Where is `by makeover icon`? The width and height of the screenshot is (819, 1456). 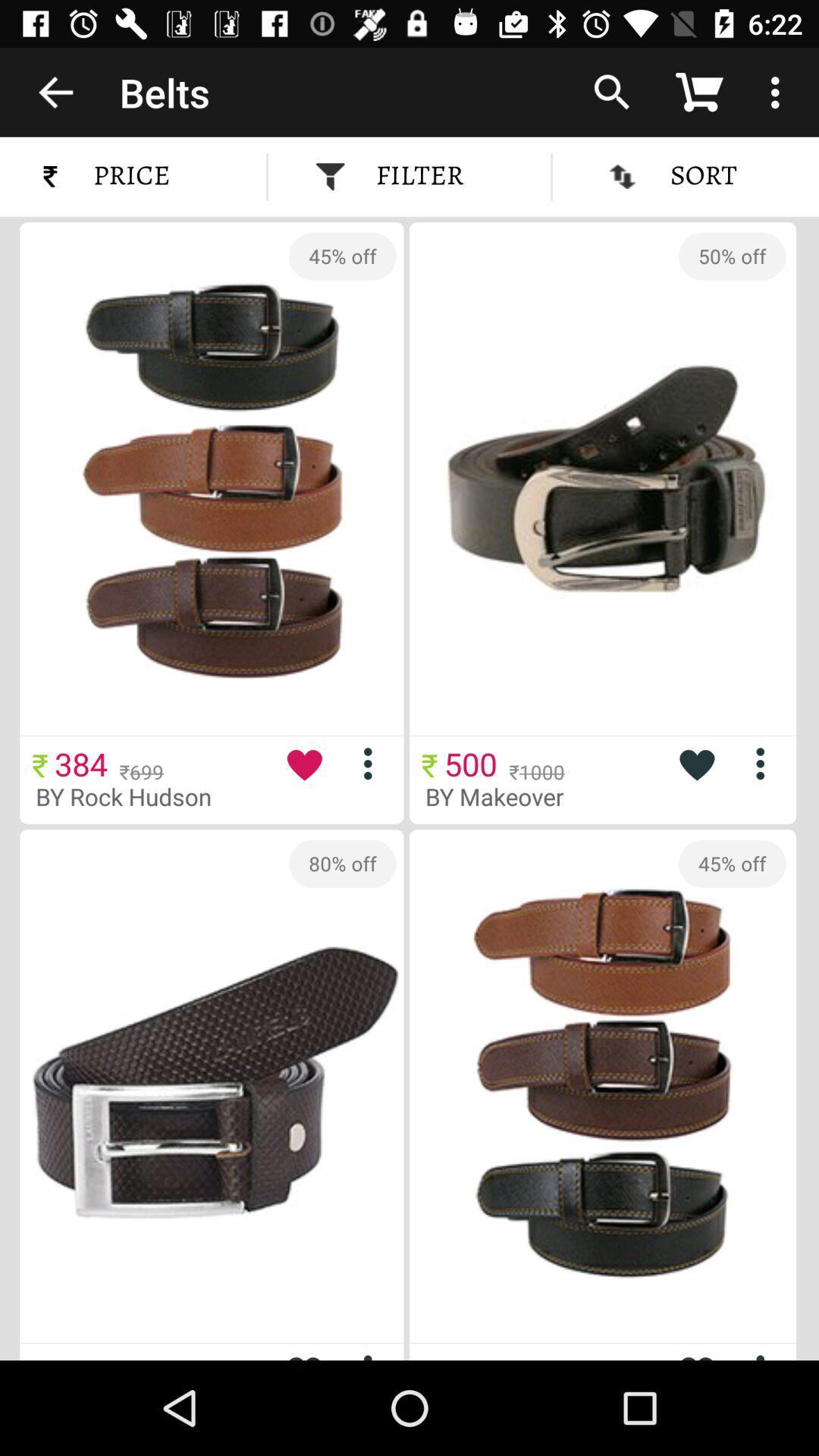
by makeover icon is located at coordinates (506, 795).